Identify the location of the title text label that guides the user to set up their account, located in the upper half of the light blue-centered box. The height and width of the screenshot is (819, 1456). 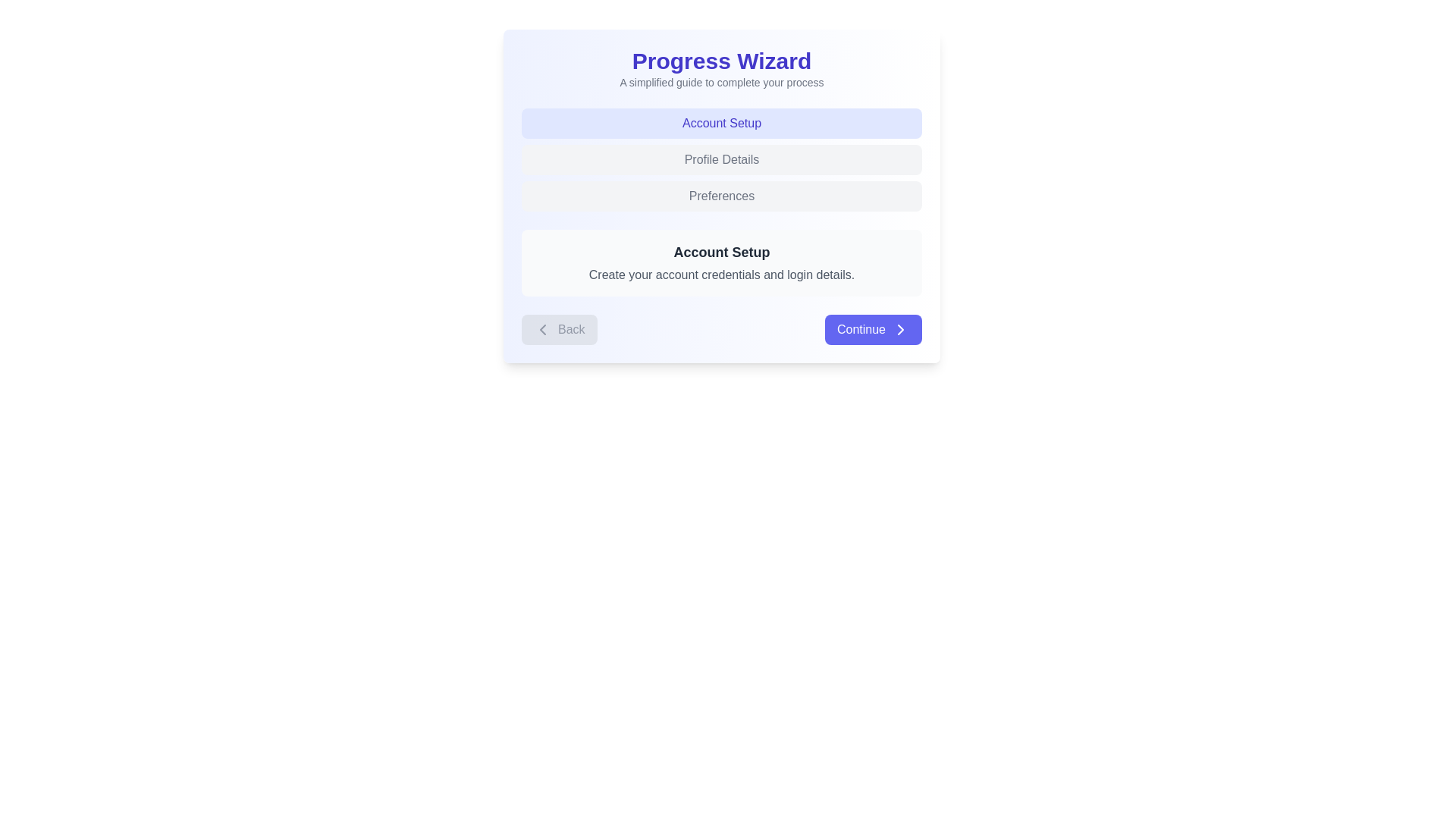
(720, 251).